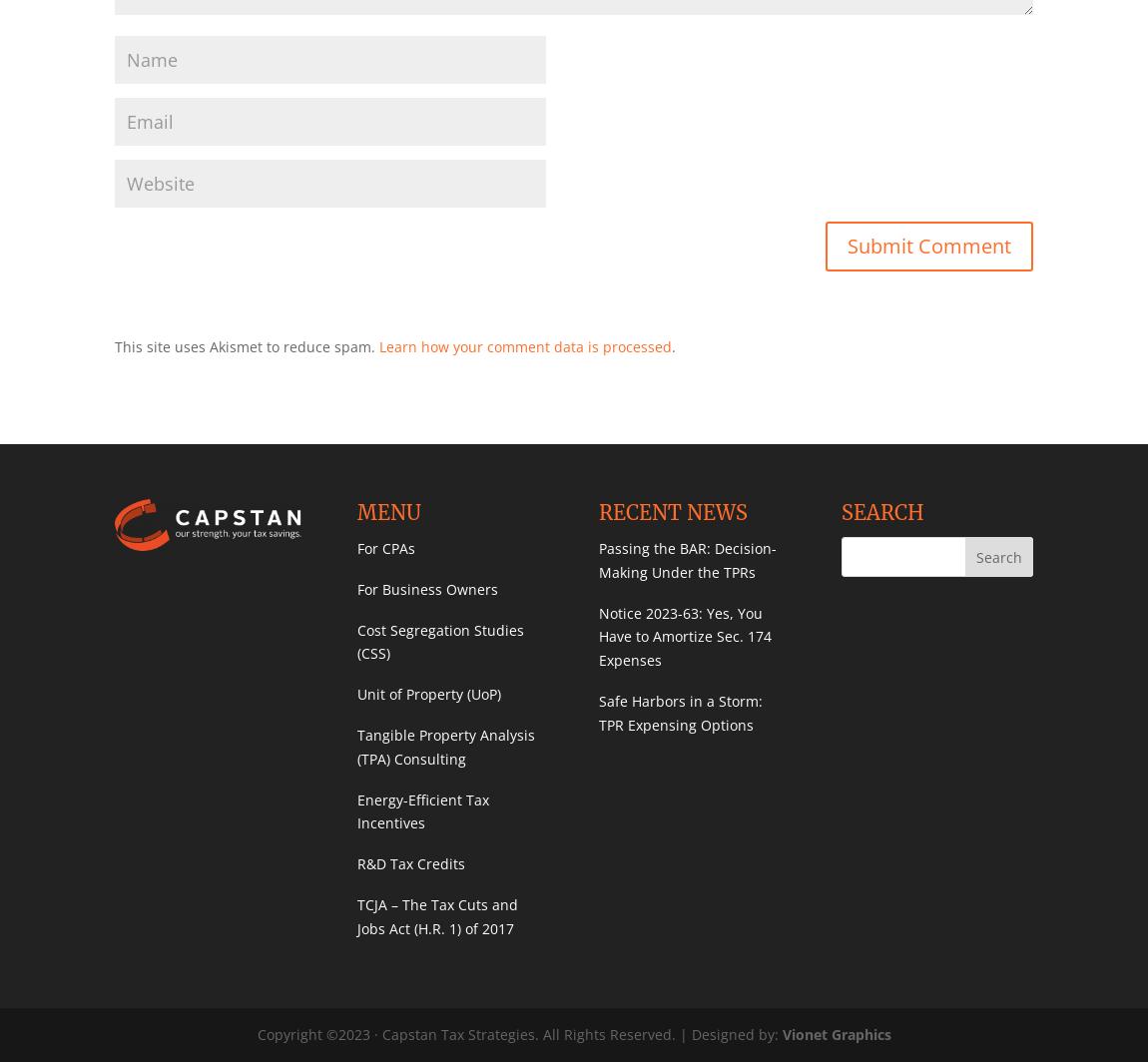  Describe the element at coordinates (525, 345) in the screenshot. I see `'Learn how your comment data is processed'` at that location.